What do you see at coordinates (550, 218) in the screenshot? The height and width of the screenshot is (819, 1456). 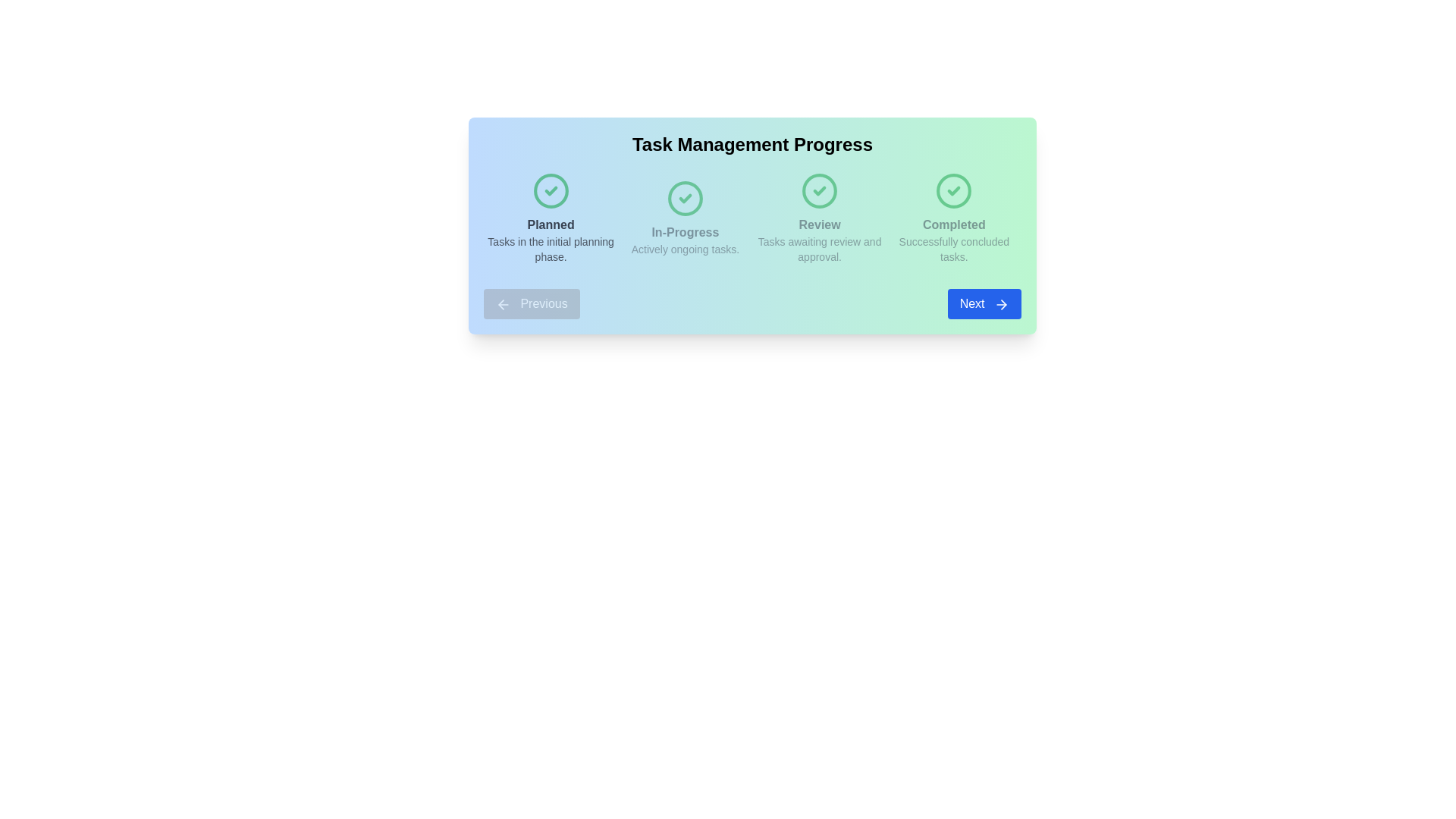 I see `the stage corresponding to Planned` at bounding box center [550, 218].